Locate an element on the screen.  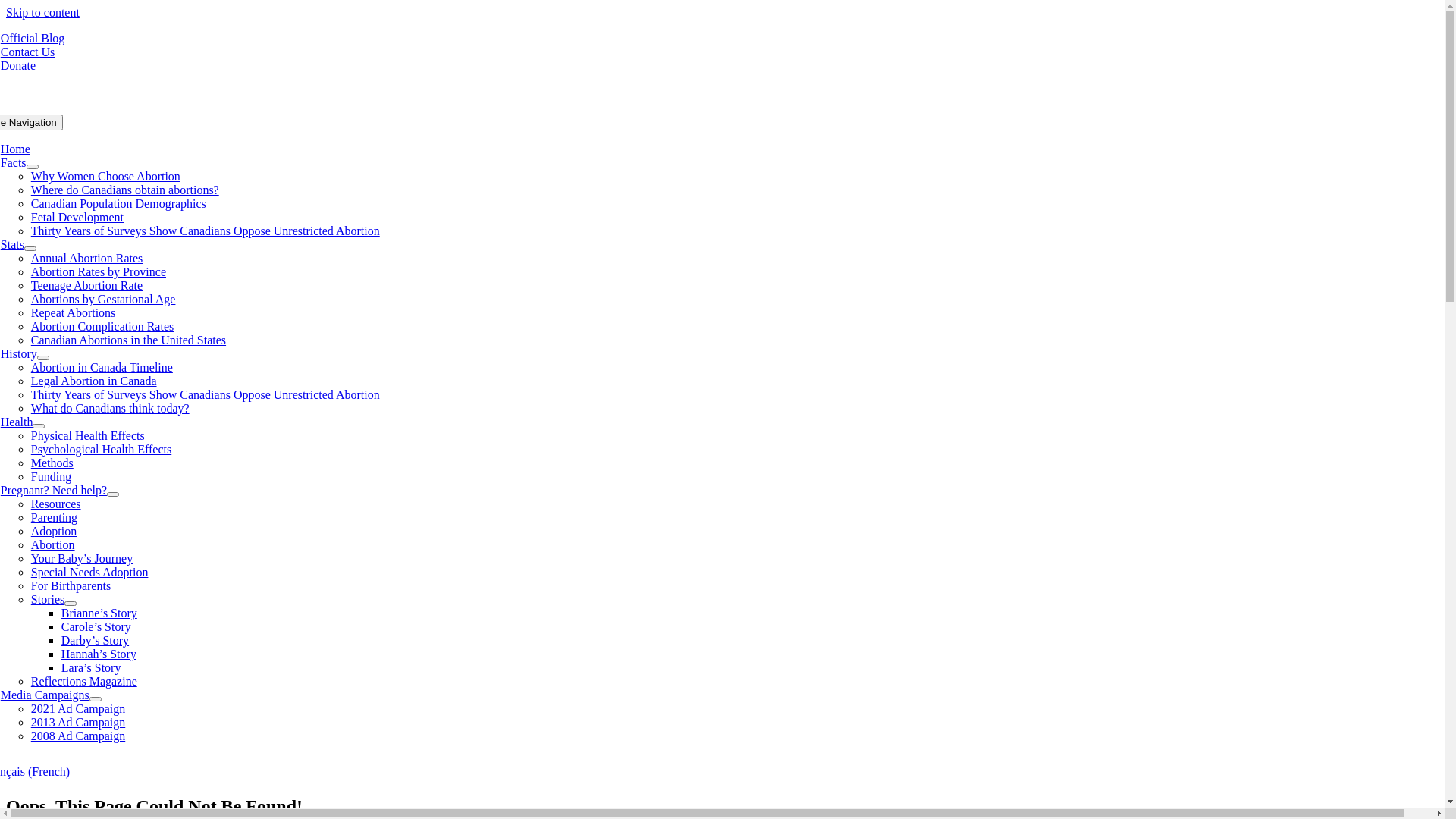
'Psychological Health Effects' is located at coordinates (100, 448).